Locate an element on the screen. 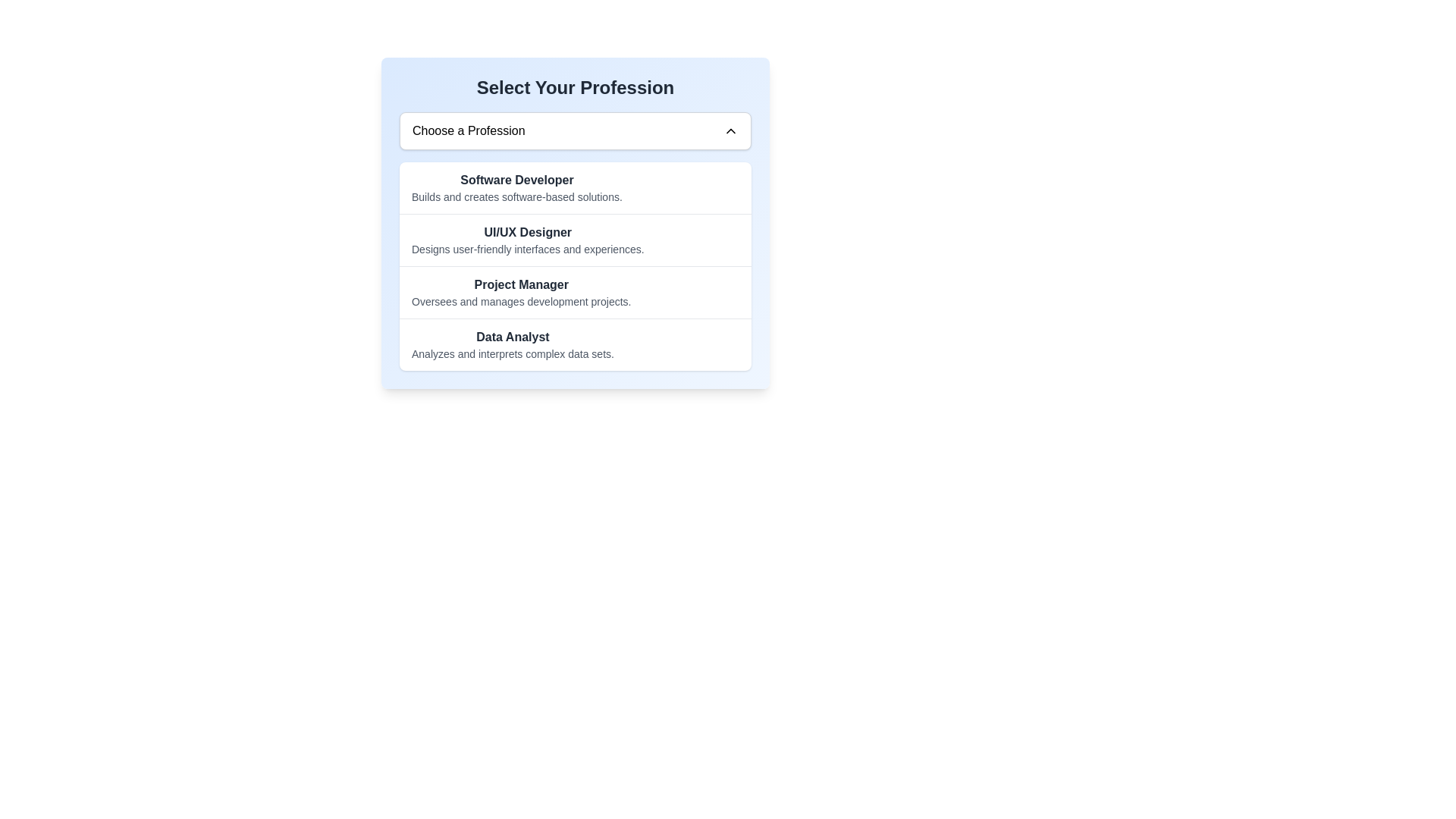 This screenshot has height=819, width=1456. the text displaying 'Choose a Profession' is located at coordinates (468, 130).